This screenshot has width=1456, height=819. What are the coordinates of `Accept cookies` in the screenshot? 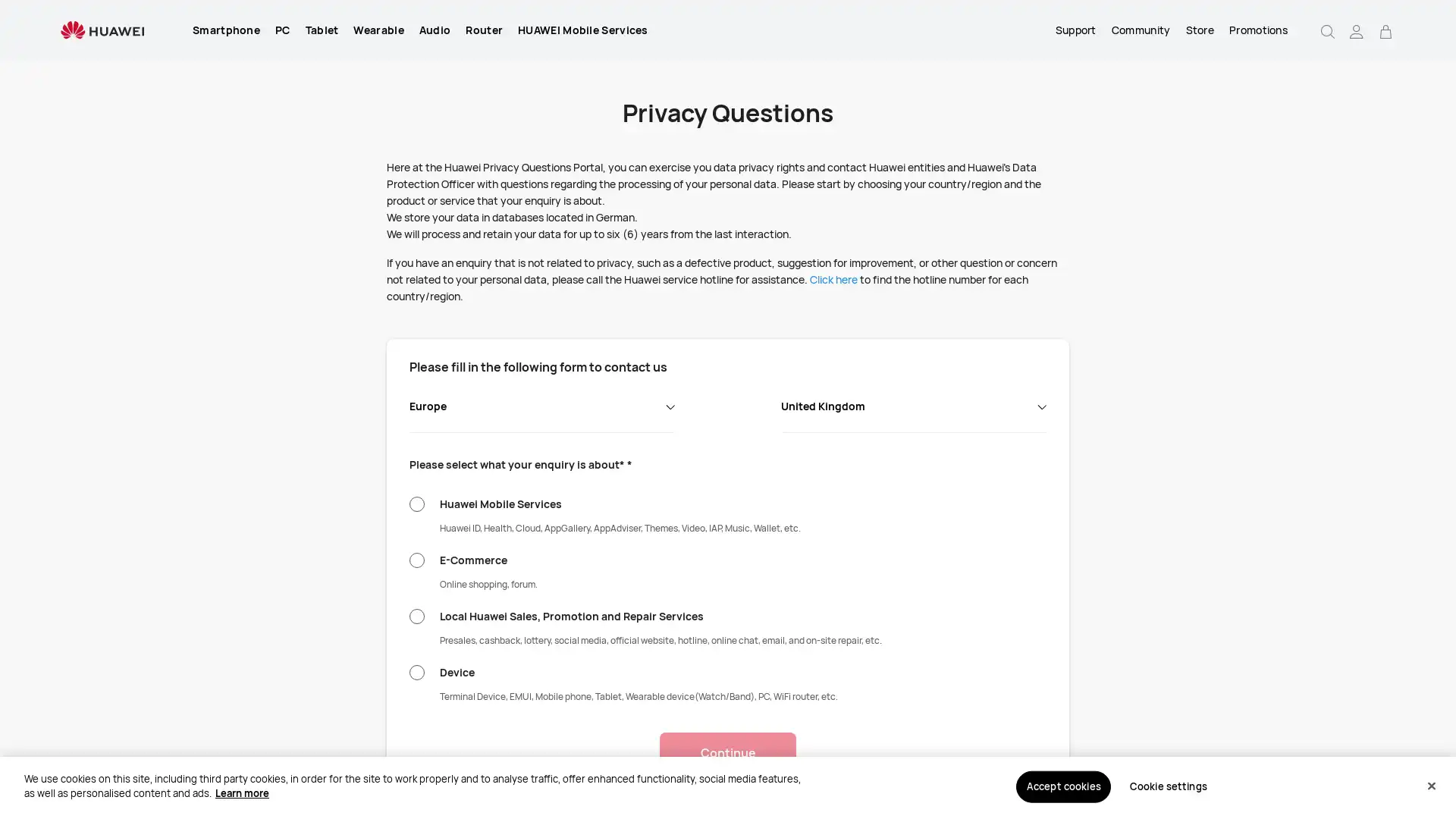 It's located at (1062, 786).